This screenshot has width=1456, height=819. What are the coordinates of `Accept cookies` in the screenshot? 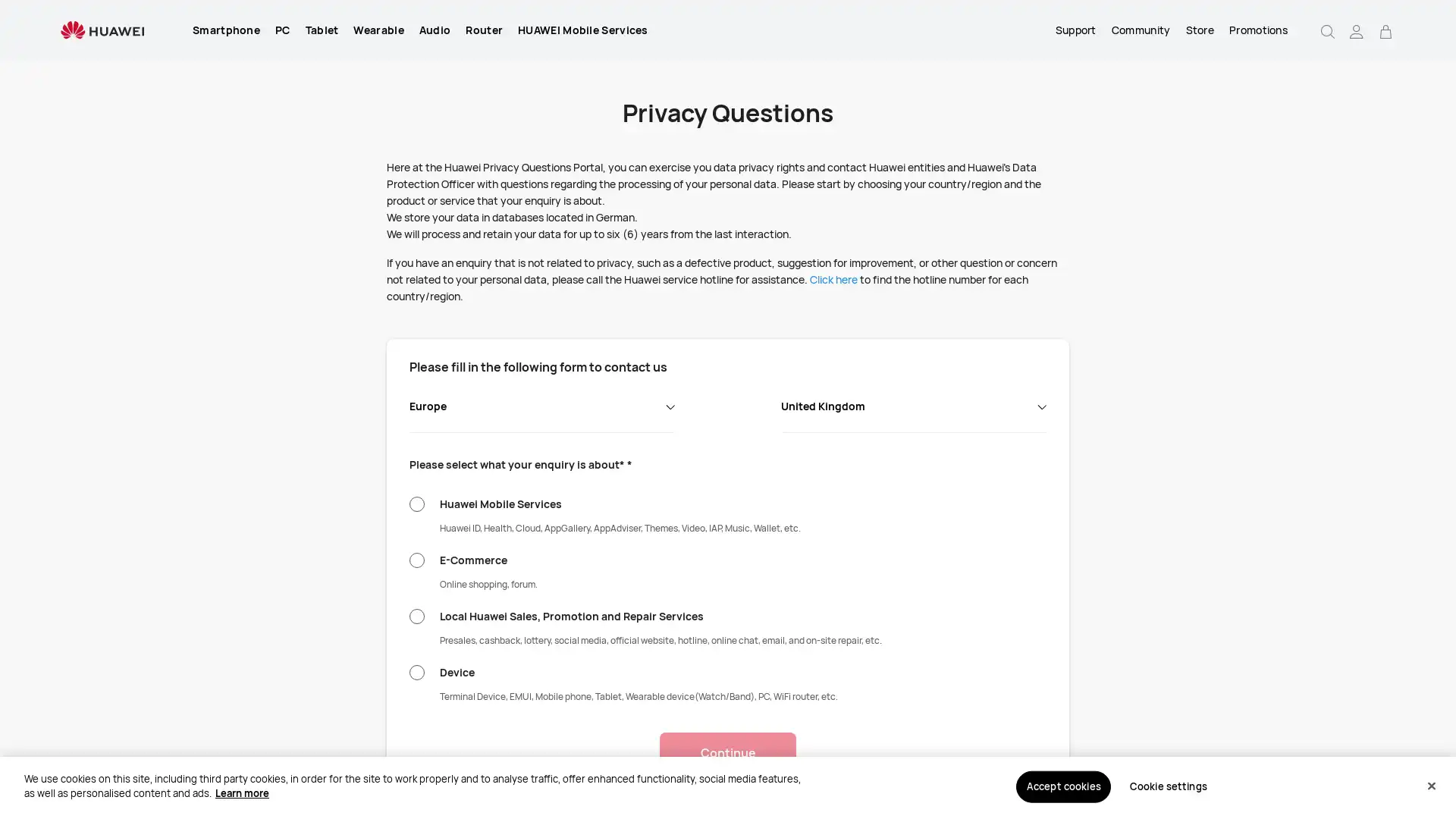 It's located at (1062, 786).